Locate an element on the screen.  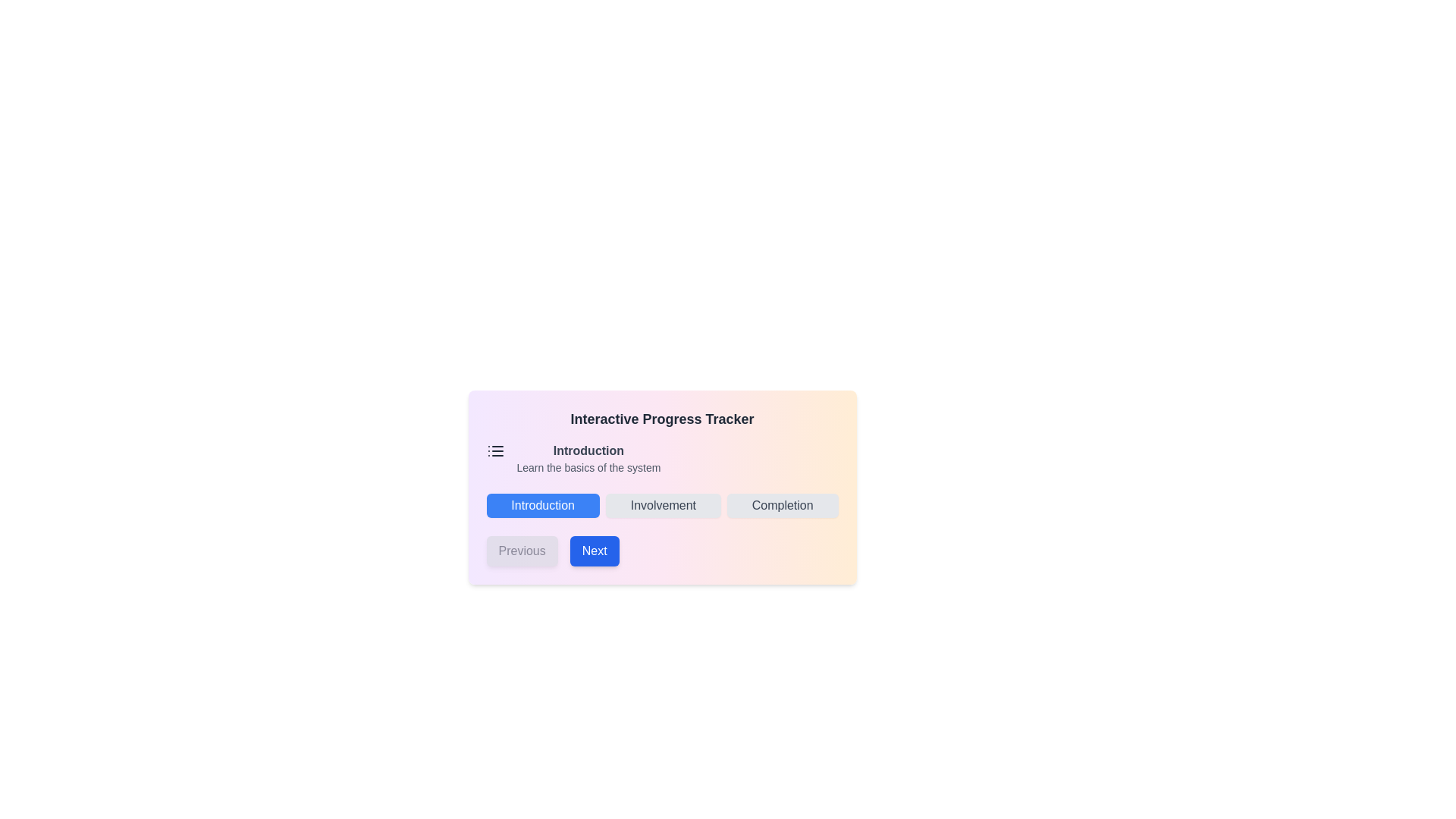
the Text display element that shows the title 'Introduction' and the subtitle 'Learn the basics of the system', which is located near the top-left area of the central interface is located at coordinates (588, 458).